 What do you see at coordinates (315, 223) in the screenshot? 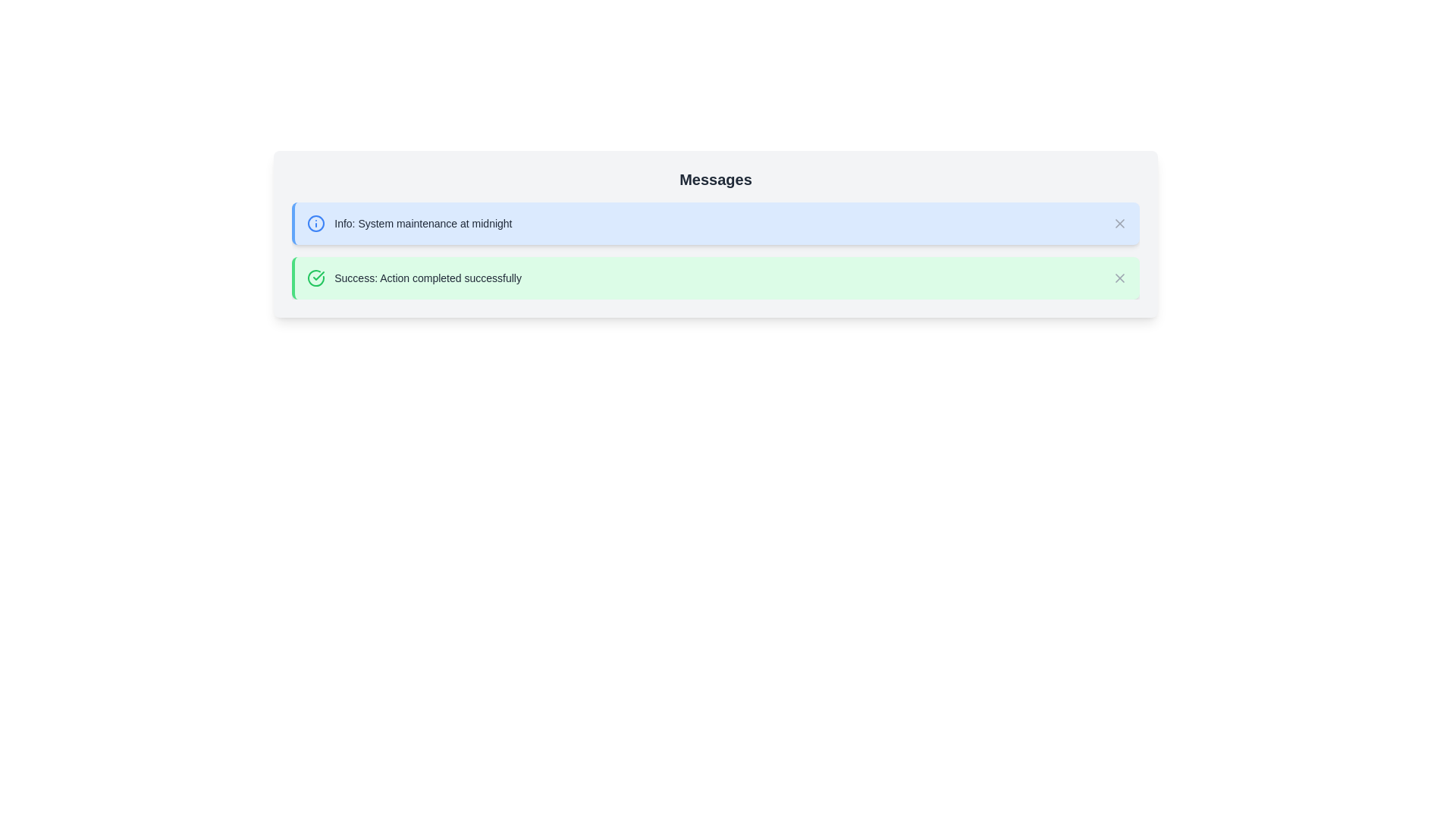
I see `the 'Info' icon located on the left side of the blue-themed information box labeled 'Info: System maintenance at midnight' to acknowledge the informational message` at bounding box center [315, 223].